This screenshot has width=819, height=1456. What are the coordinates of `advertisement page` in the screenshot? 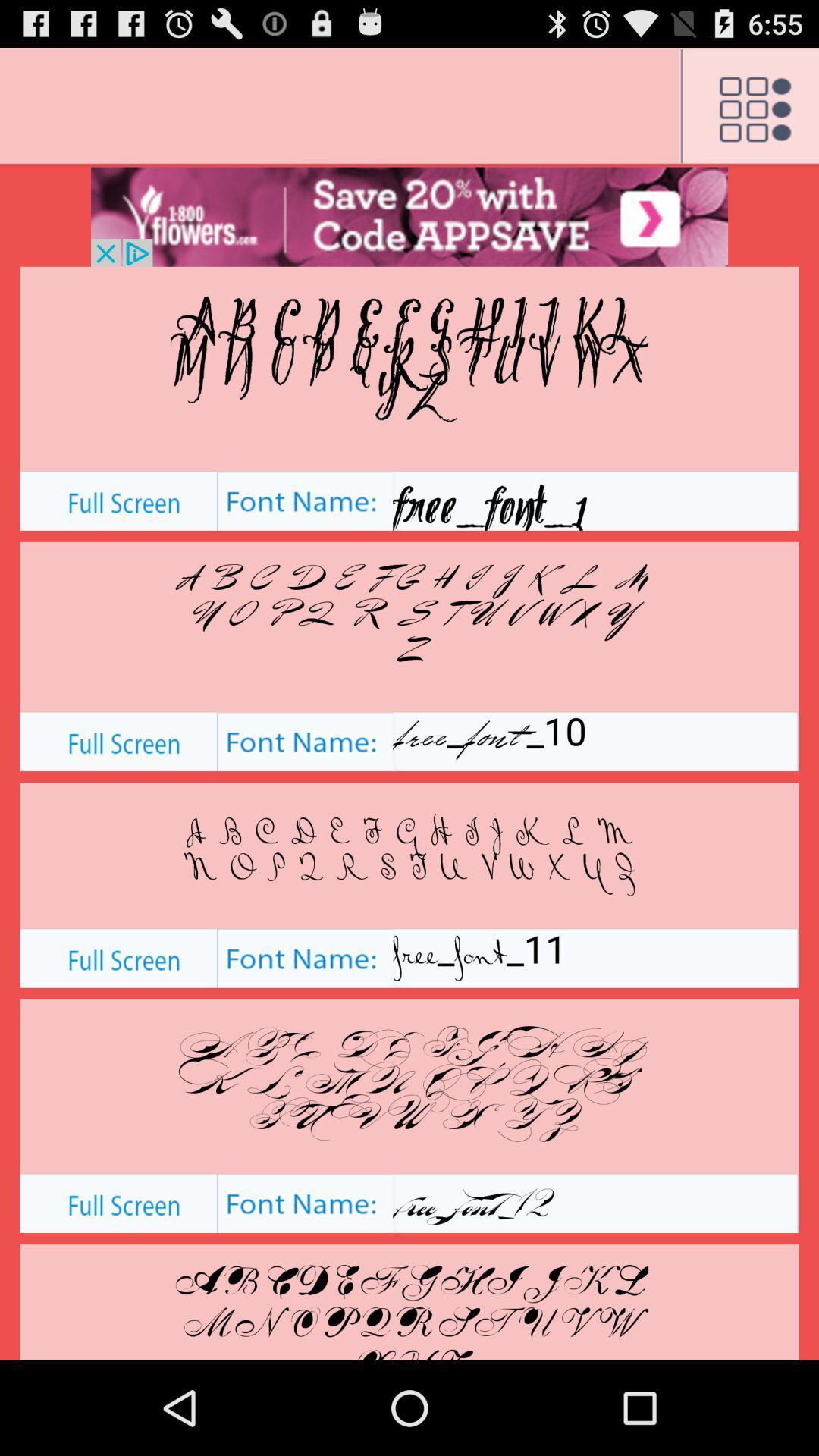 It's located at (409, 216).